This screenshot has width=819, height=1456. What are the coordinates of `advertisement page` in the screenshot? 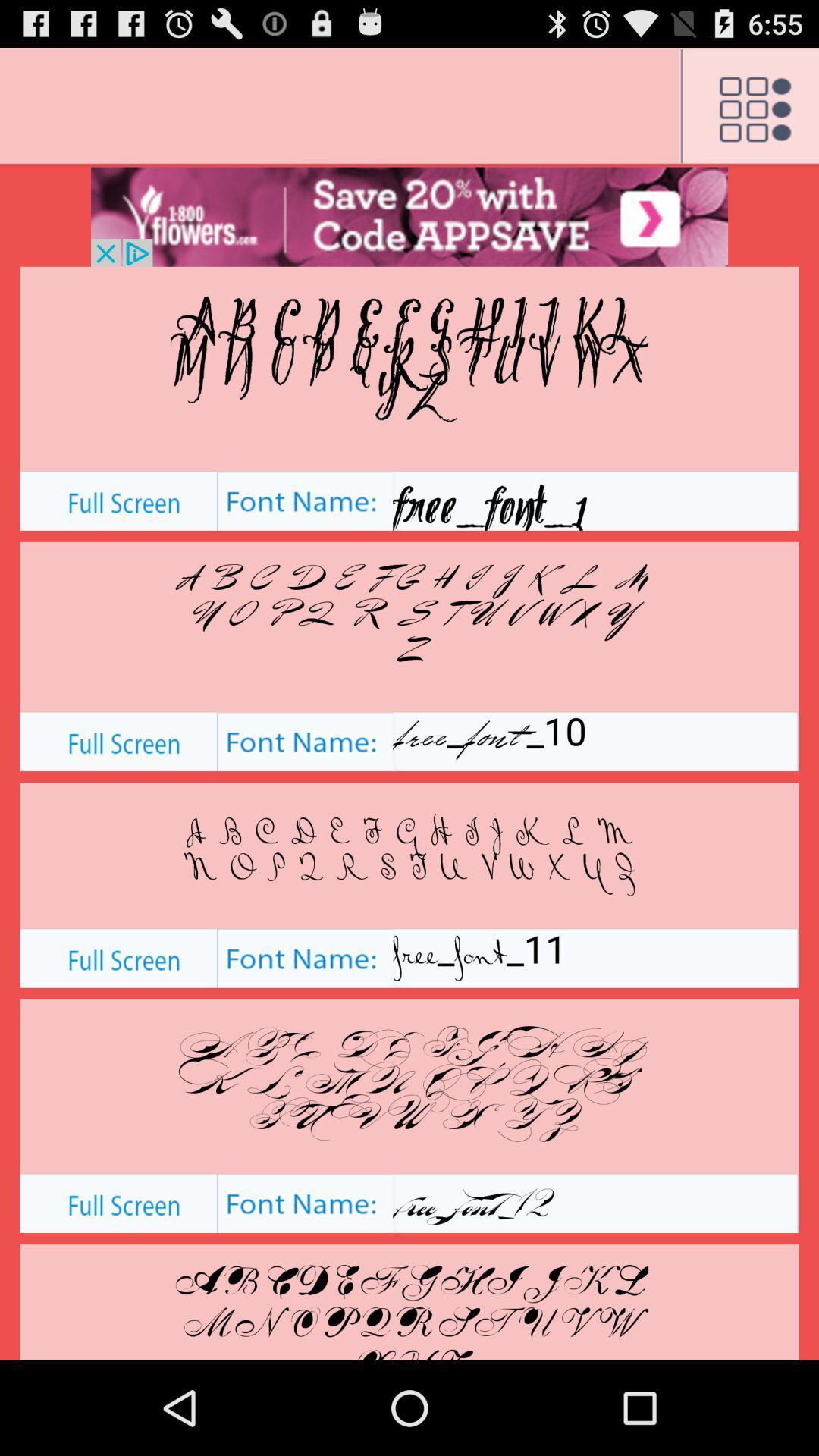 It's located at (409, 216).